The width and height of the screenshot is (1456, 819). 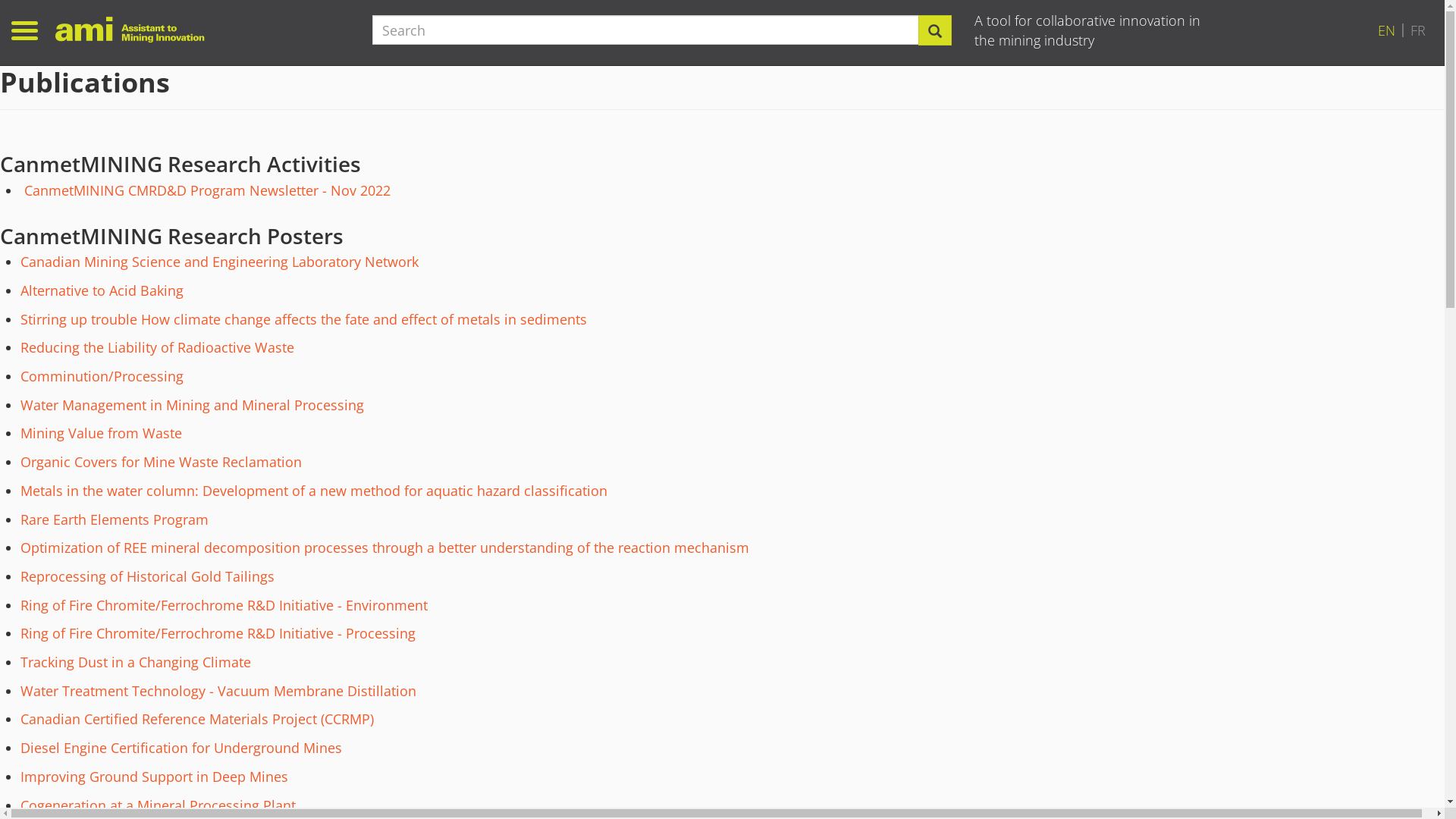 What do you see at coordinates (113, 519) in the screenshot?
I see `'Rare Earth Elements Program'` at bounding box center [113, 519].